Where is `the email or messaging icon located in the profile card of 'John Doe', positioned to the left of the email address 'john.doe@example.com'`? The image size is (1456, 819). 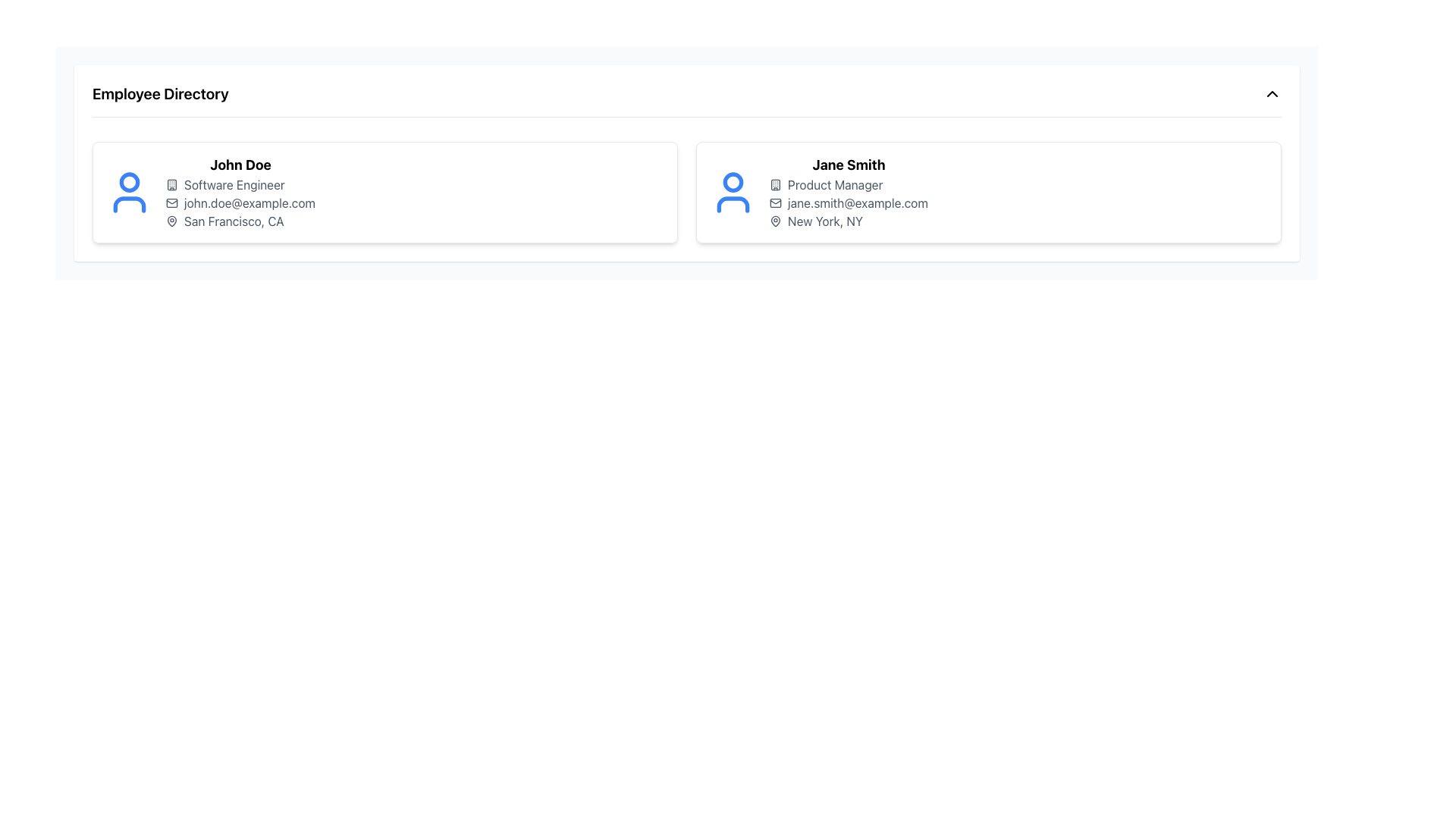
the email or messaging icon located in the profile card of 'John Doe', positioned to the left of the email address 'john.doe@example.com' is located at coordinates (171, 202).